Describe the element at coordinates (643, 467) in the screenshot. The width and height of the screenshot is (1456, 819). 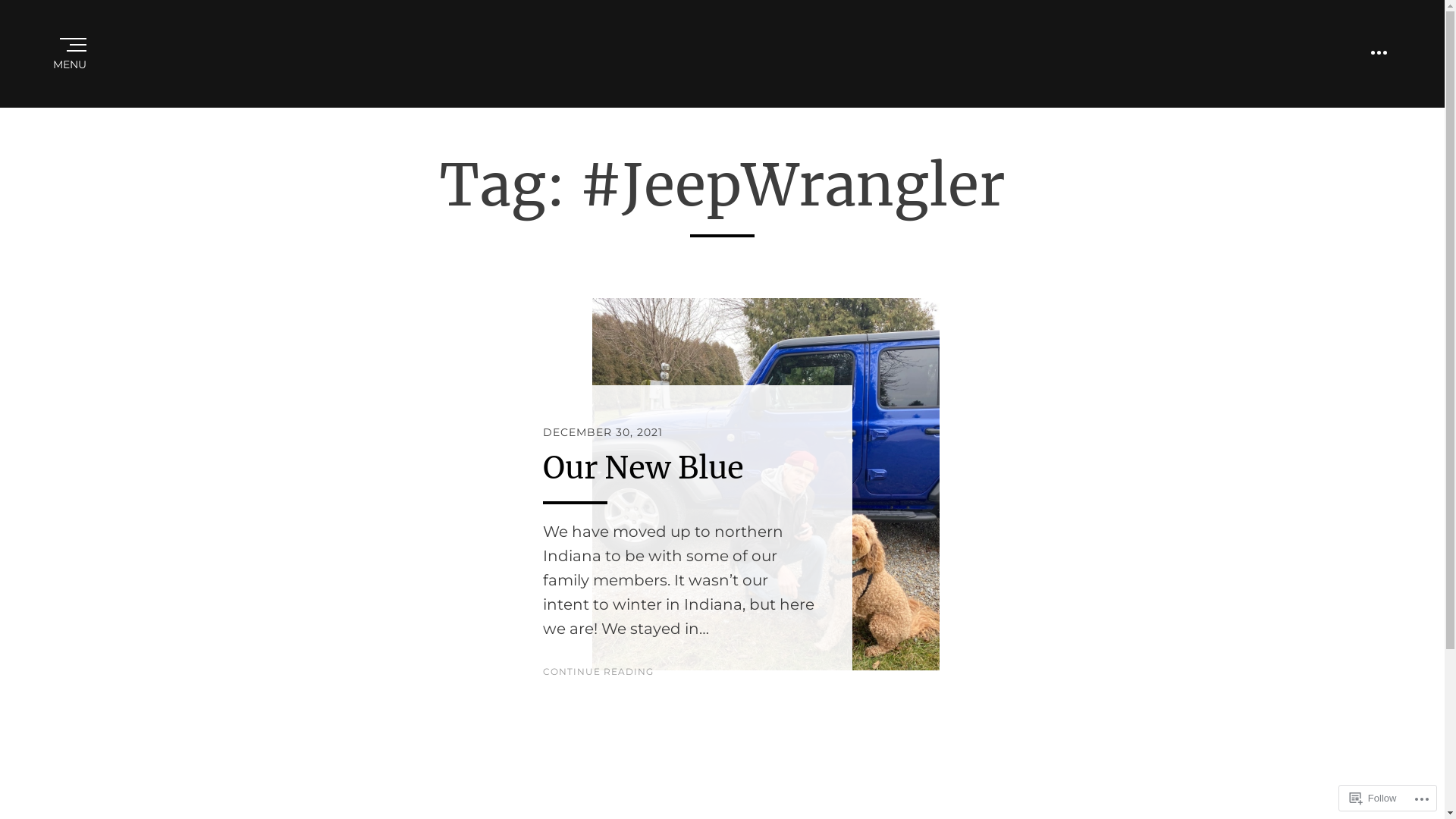
I see `'Our New Blue'` at that location.